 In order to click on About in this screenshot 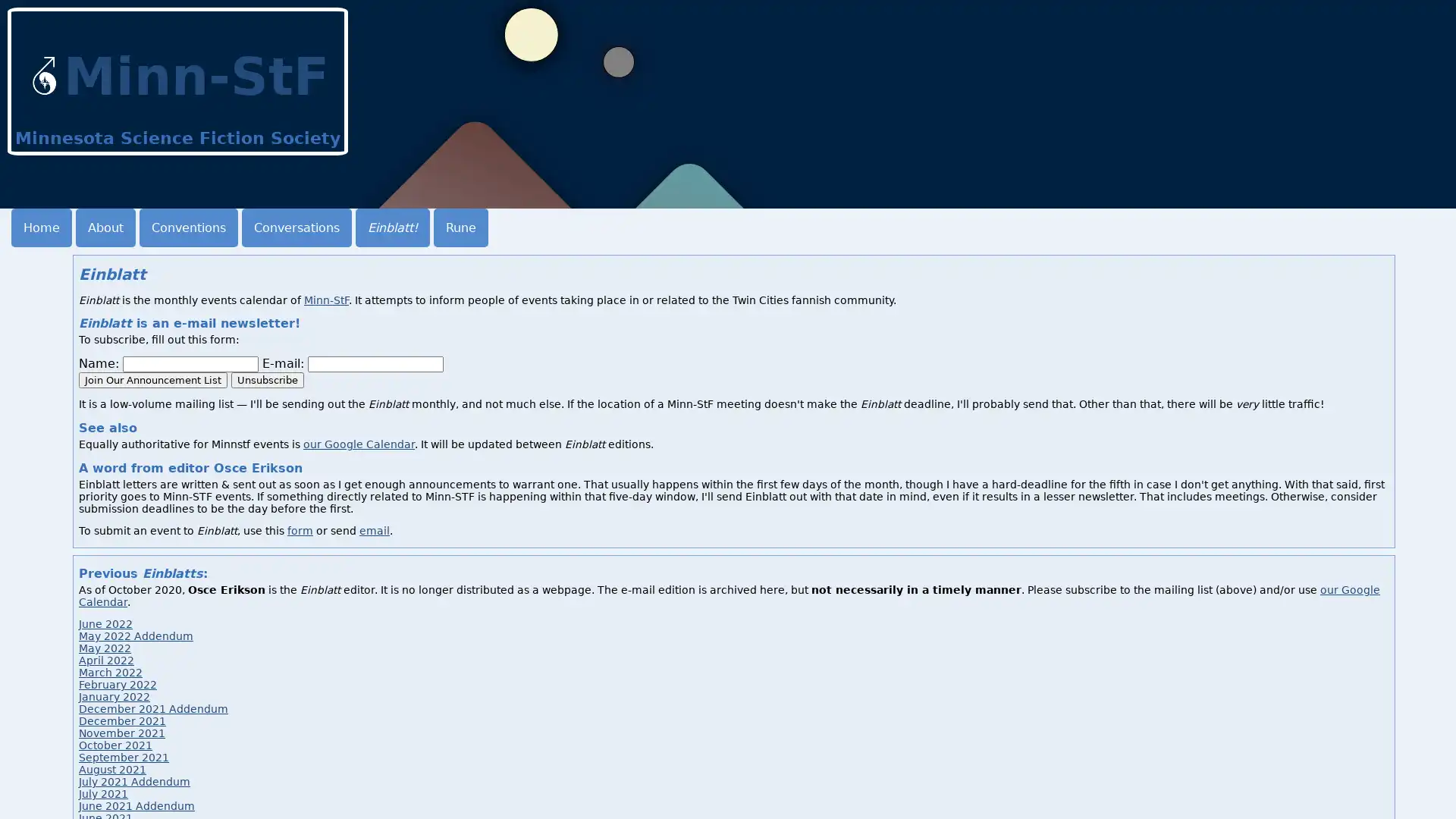, I will do `click(105, 227)`.